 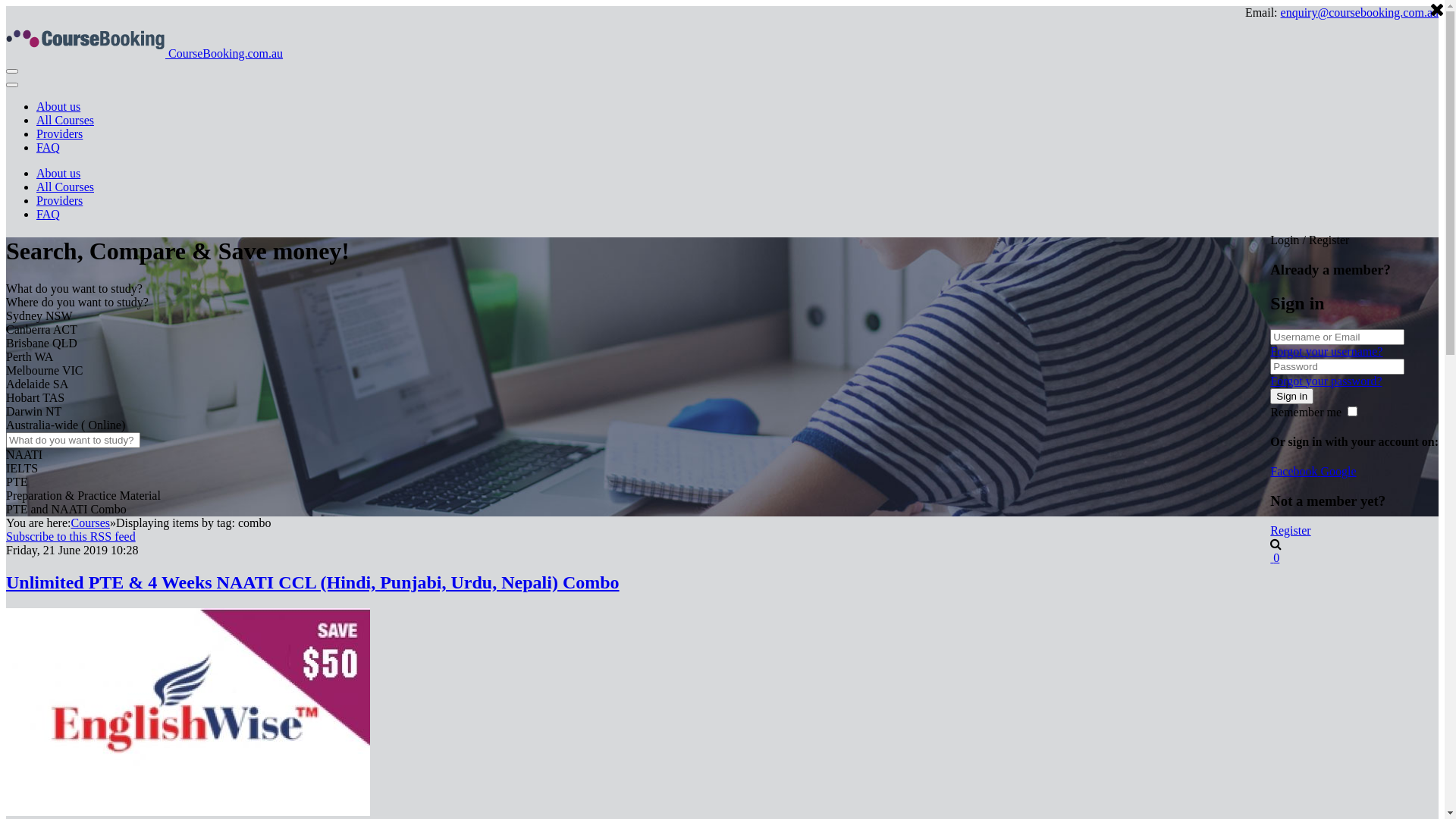 I want to click on '0', so click(x=1274, y=557).